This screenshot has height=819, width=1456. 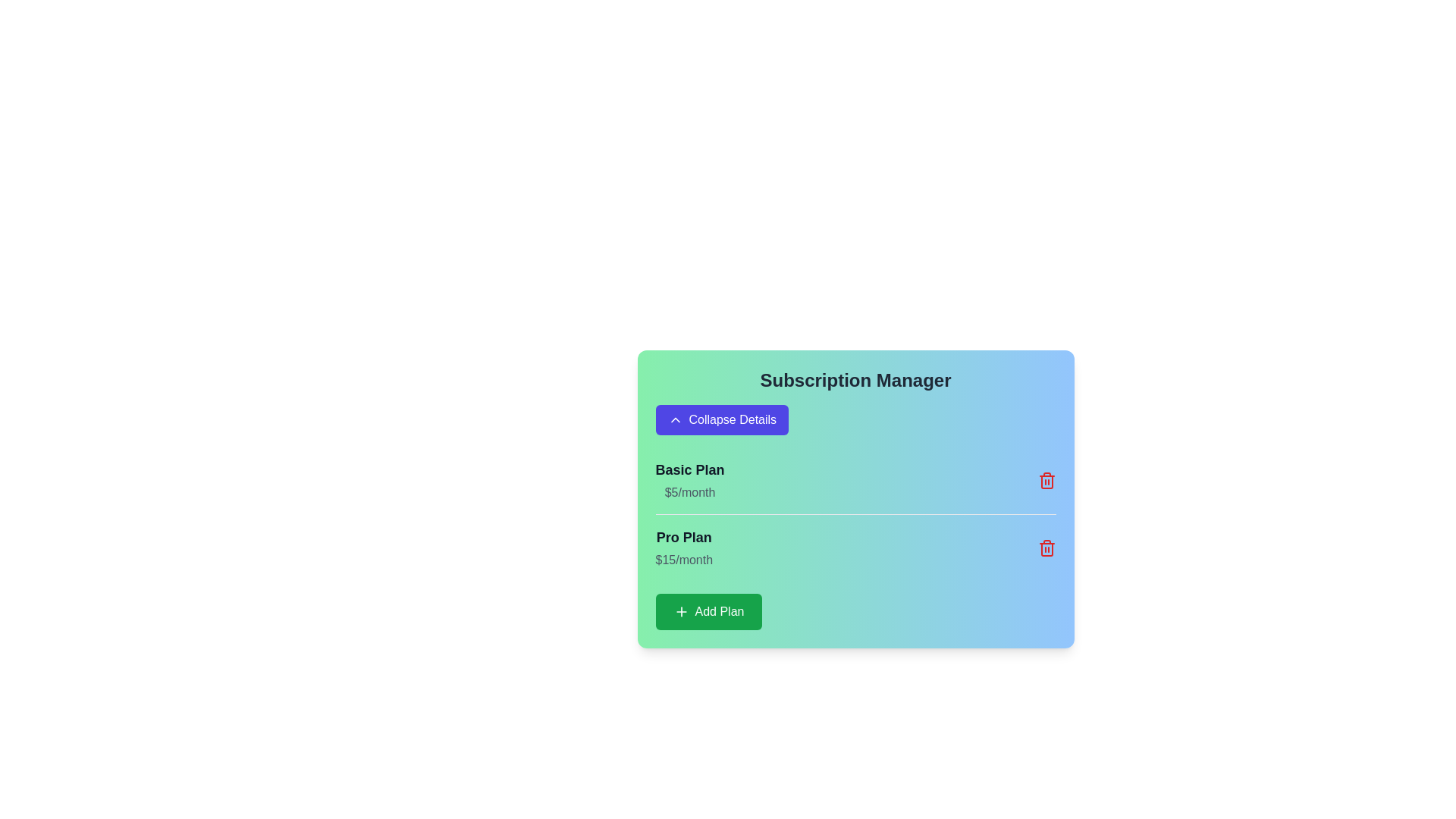 What do you see at coordinates (855, 538) in the screenshot?
I see `the Composite element displaying subscription plans, which includes 'Basic Plan' and 'Pro Plan' with their respective prices and delete icons` at bounding box center [855, 538].